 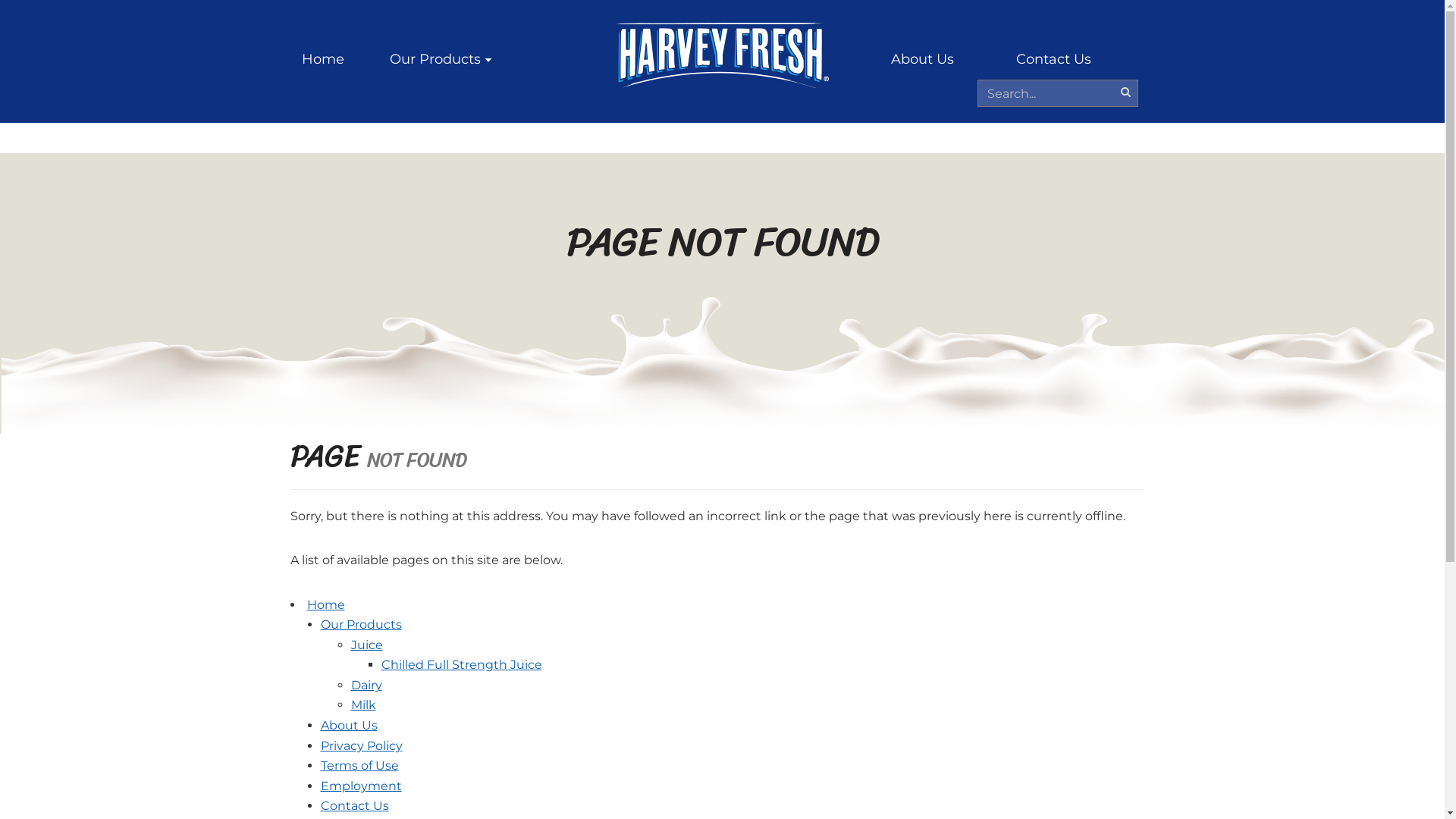 What do you see at coordinates (349, 685) in the screenshot?
I see `'Dairy'` at bounding box center [349, 685].